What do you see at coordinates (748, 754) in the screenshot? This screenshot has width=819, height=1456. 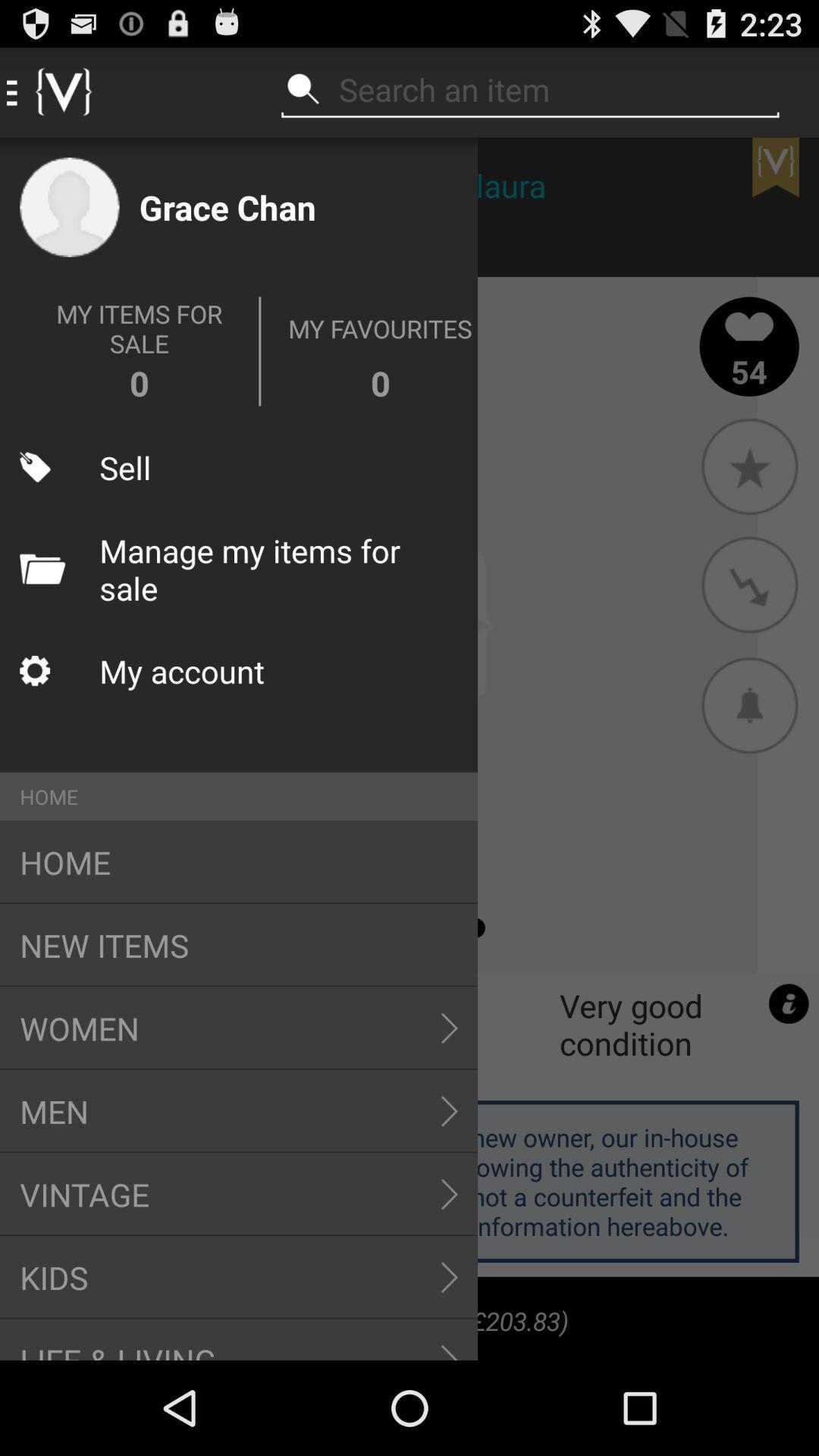 I see `the notifications icon` at bounding box center [748, 754].